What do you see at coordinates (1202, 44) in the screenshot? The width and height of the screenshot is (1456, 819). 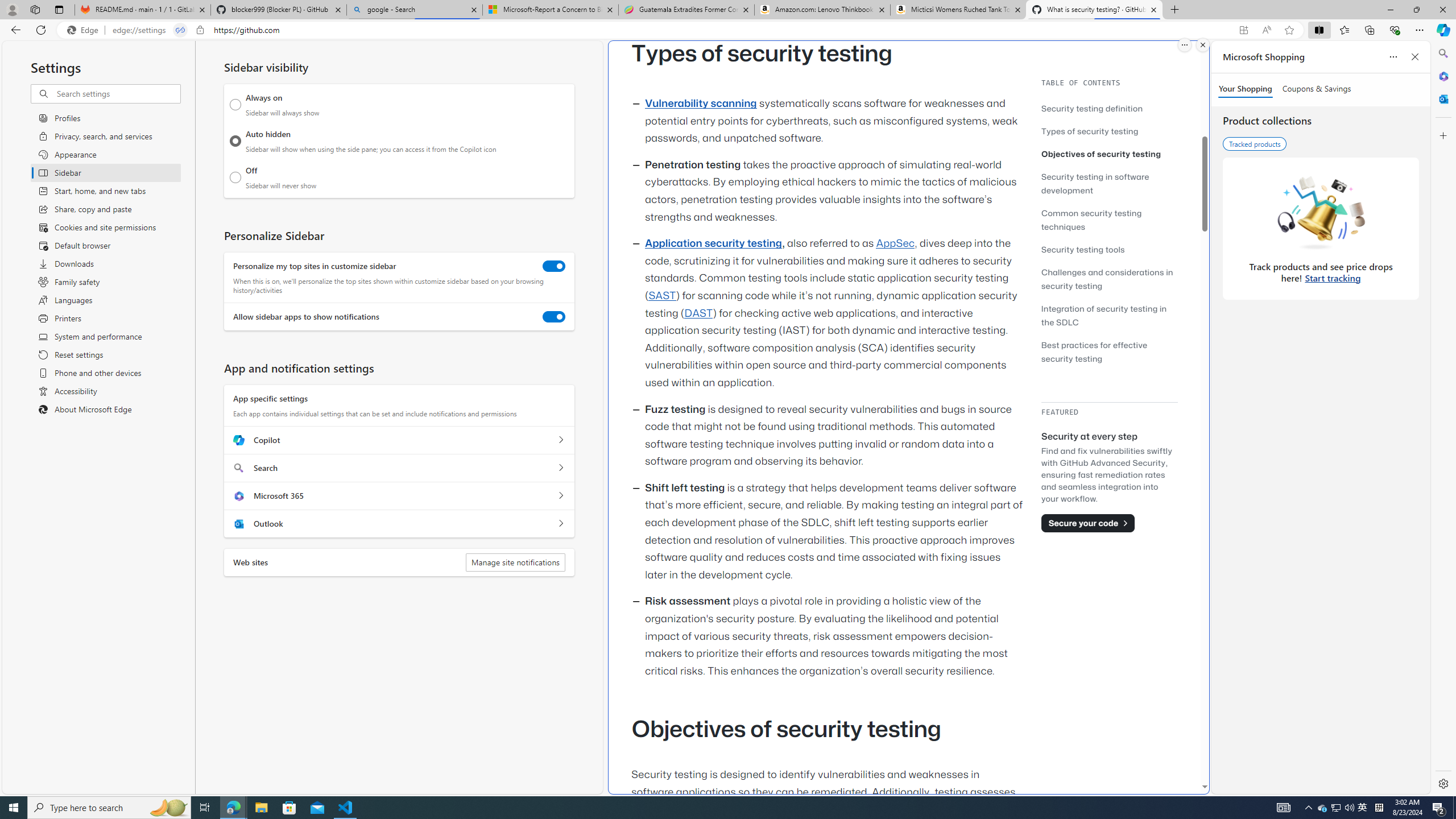 I see `'Close split screen.'` at bounding box center [1202, 44].